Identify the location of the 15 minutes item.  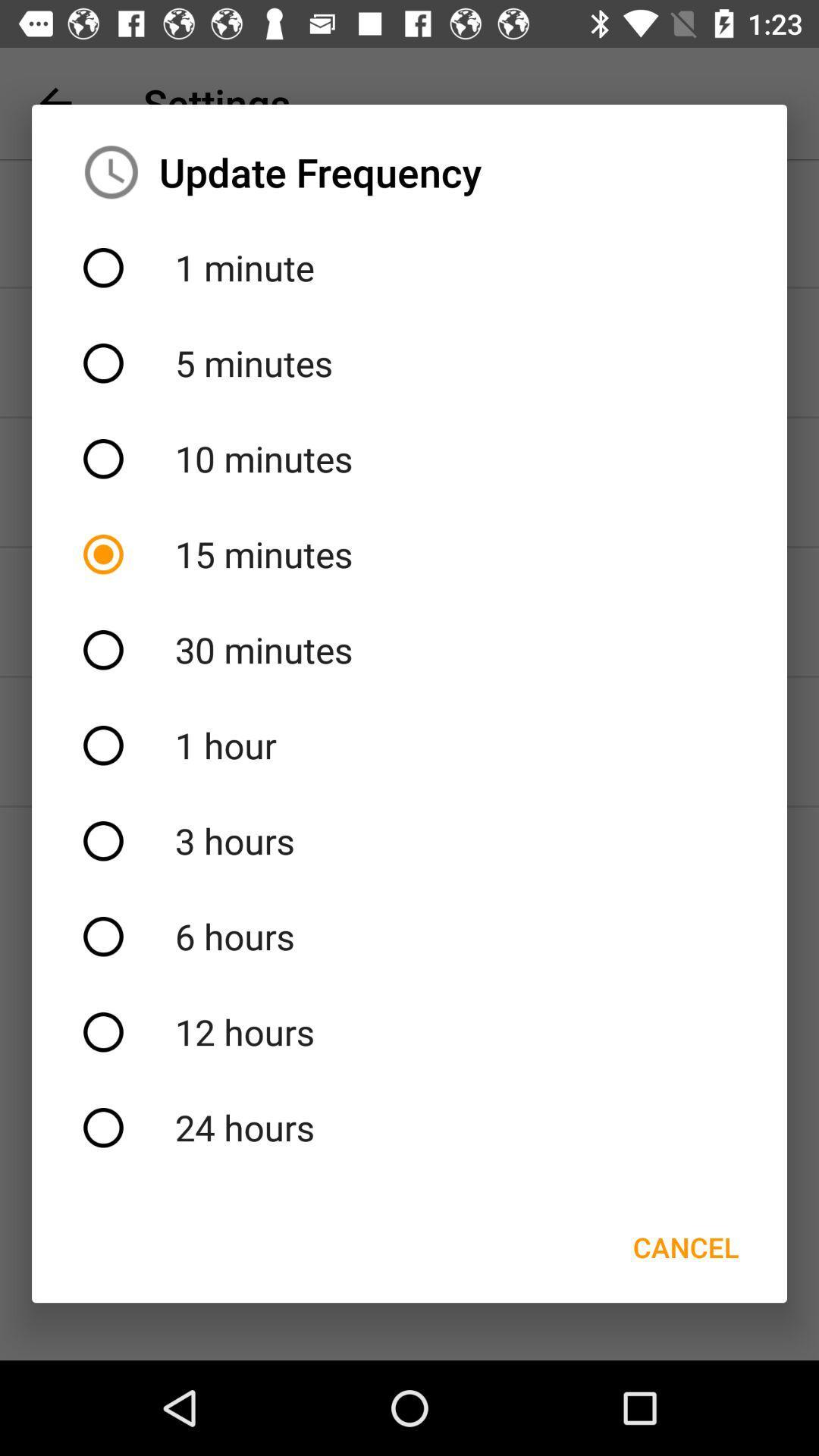
(409, 554).